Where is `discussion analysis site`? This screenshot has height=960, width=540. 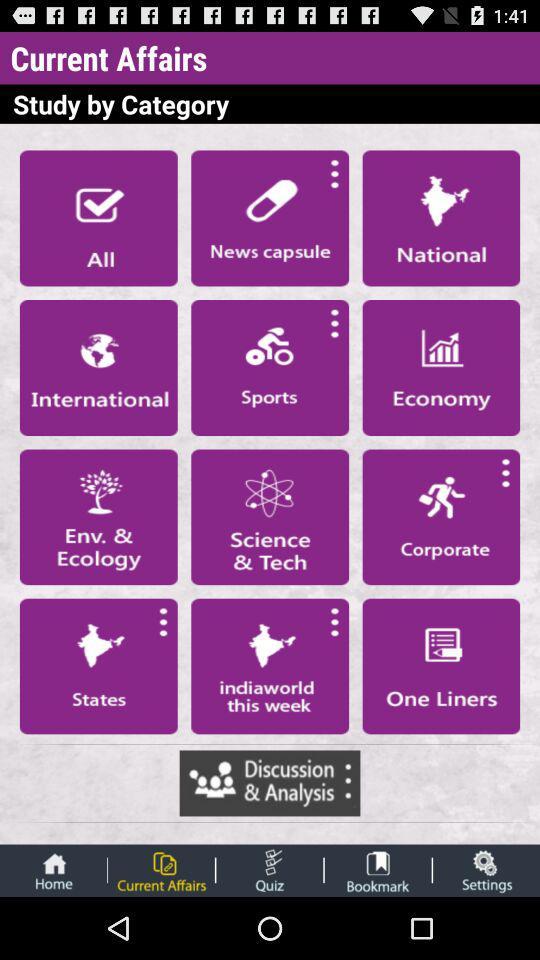 discussion analysis site is located at coordinates (270, 783).